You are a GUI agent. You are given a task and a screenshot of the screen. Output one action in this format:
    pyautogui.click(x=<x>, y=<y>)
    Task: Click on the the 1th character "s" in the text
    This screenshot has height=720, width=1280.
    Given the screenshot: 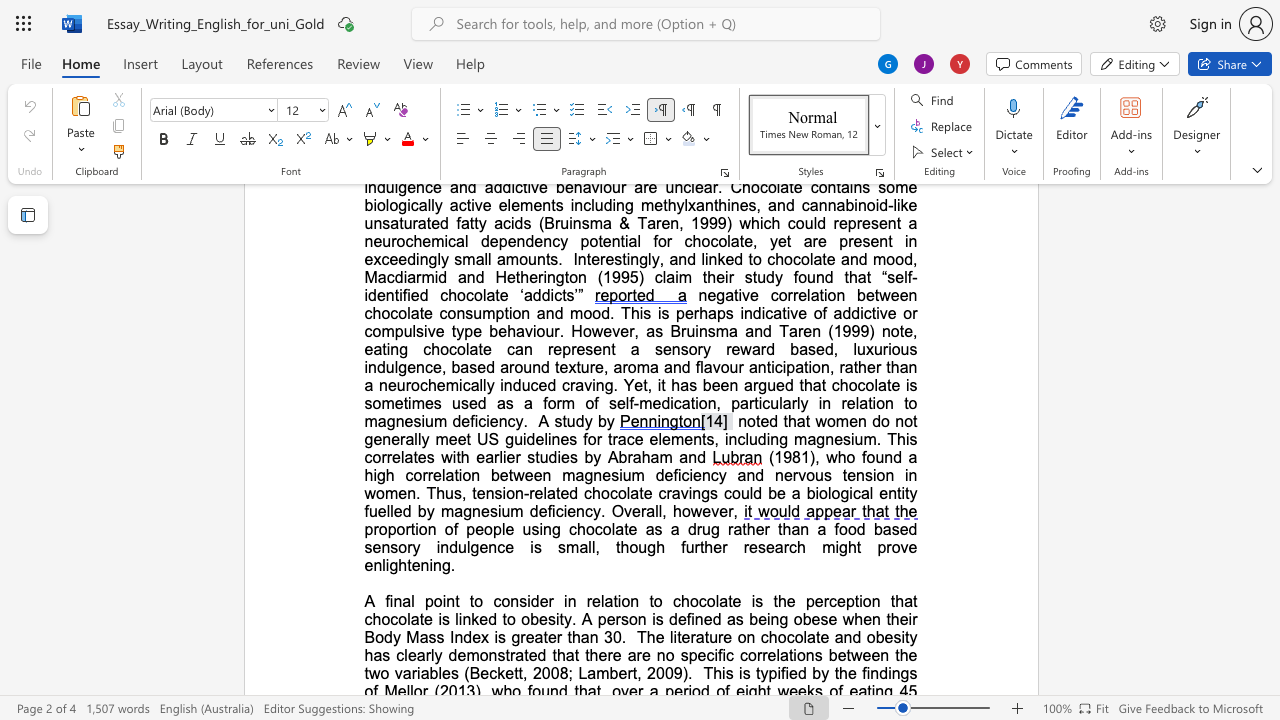 What is the action you would take?
    pyautogui.click(x=523, y=600)
    